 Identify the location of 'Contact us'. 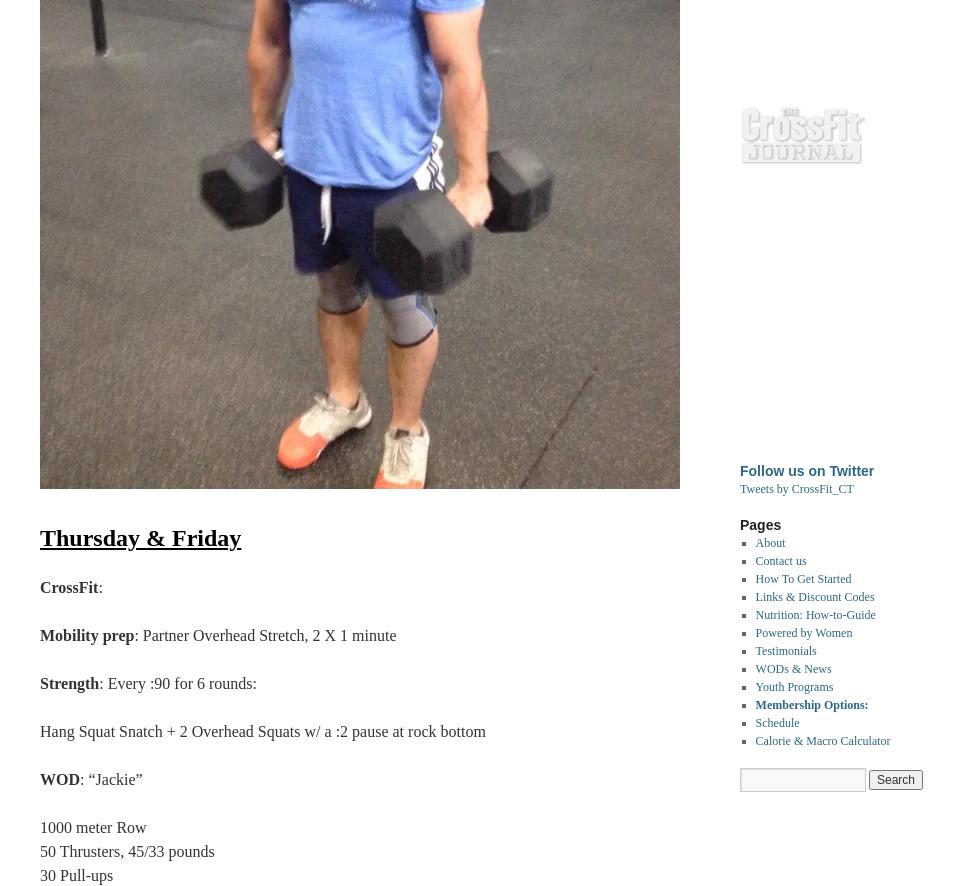
(754, 561).